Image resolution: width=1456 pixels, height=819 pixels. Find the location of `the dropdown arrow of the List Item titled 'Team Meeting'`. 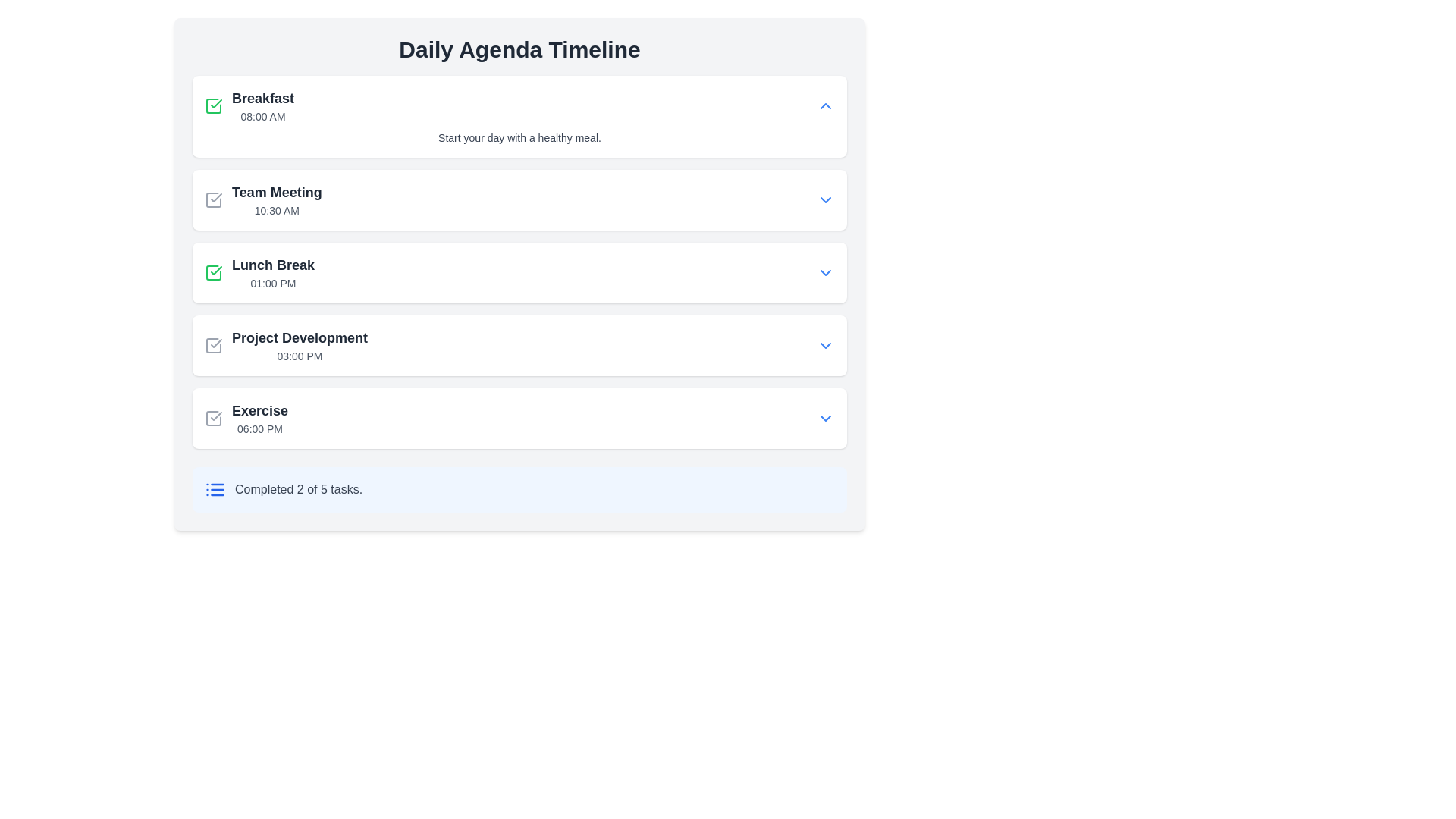

the dropdown arrow of the List Item titled 'Team Meeting' is located at coordinates (519, 199).